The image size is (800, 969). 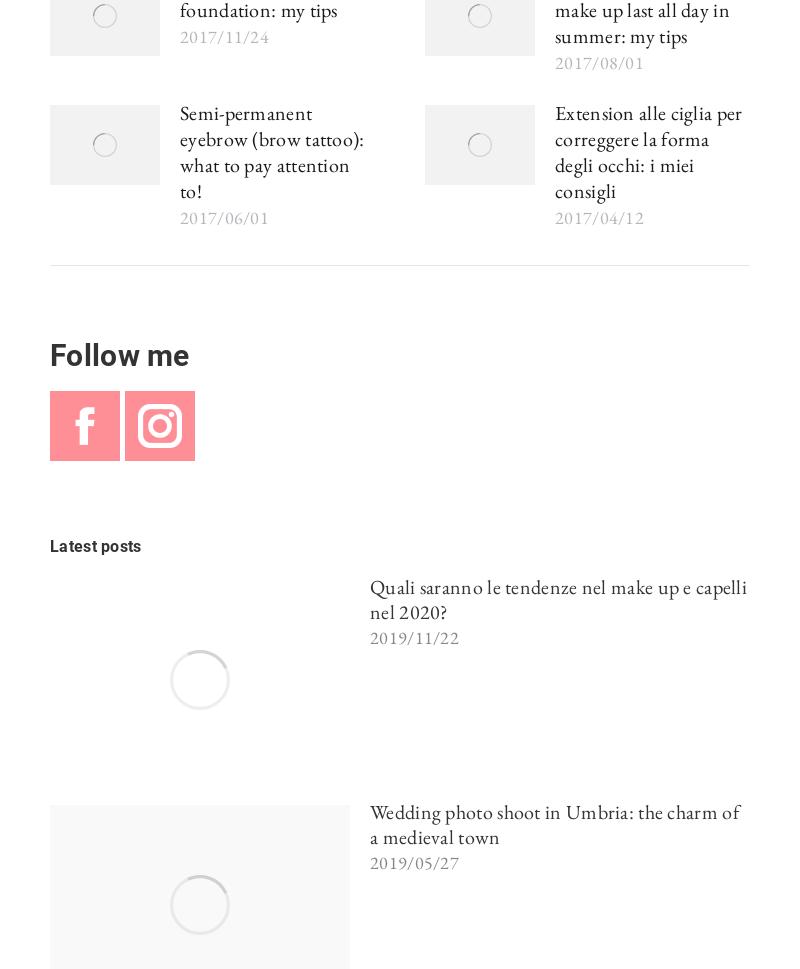 I want to click on '2019/11/22', so click(x=369, y=637).